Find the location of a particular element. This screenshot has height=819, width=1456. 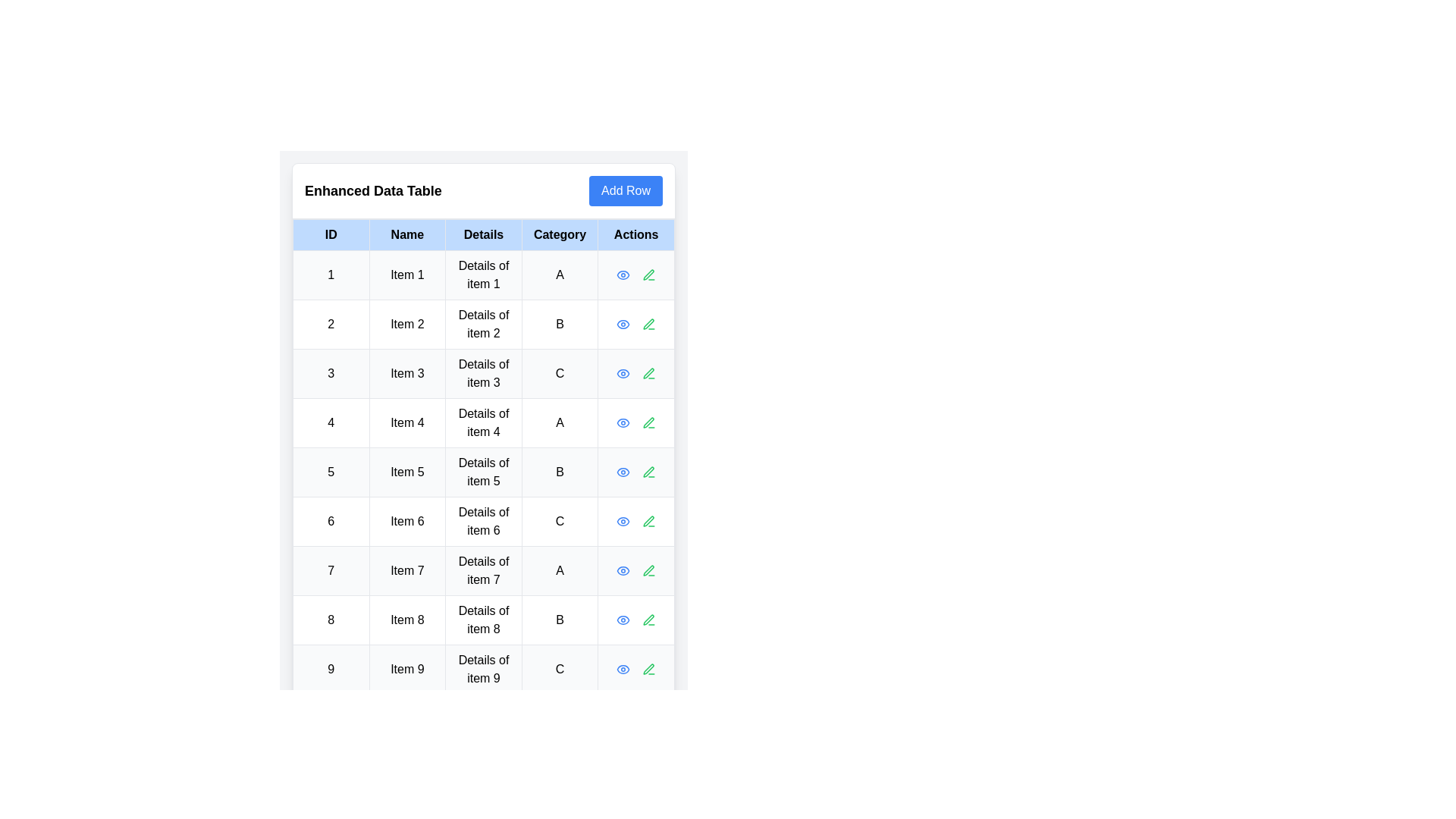

the static text element displaying the character 'C' in the fourth cell of the last row of the table in the 'Category' column is located at coordinates (559, 669).